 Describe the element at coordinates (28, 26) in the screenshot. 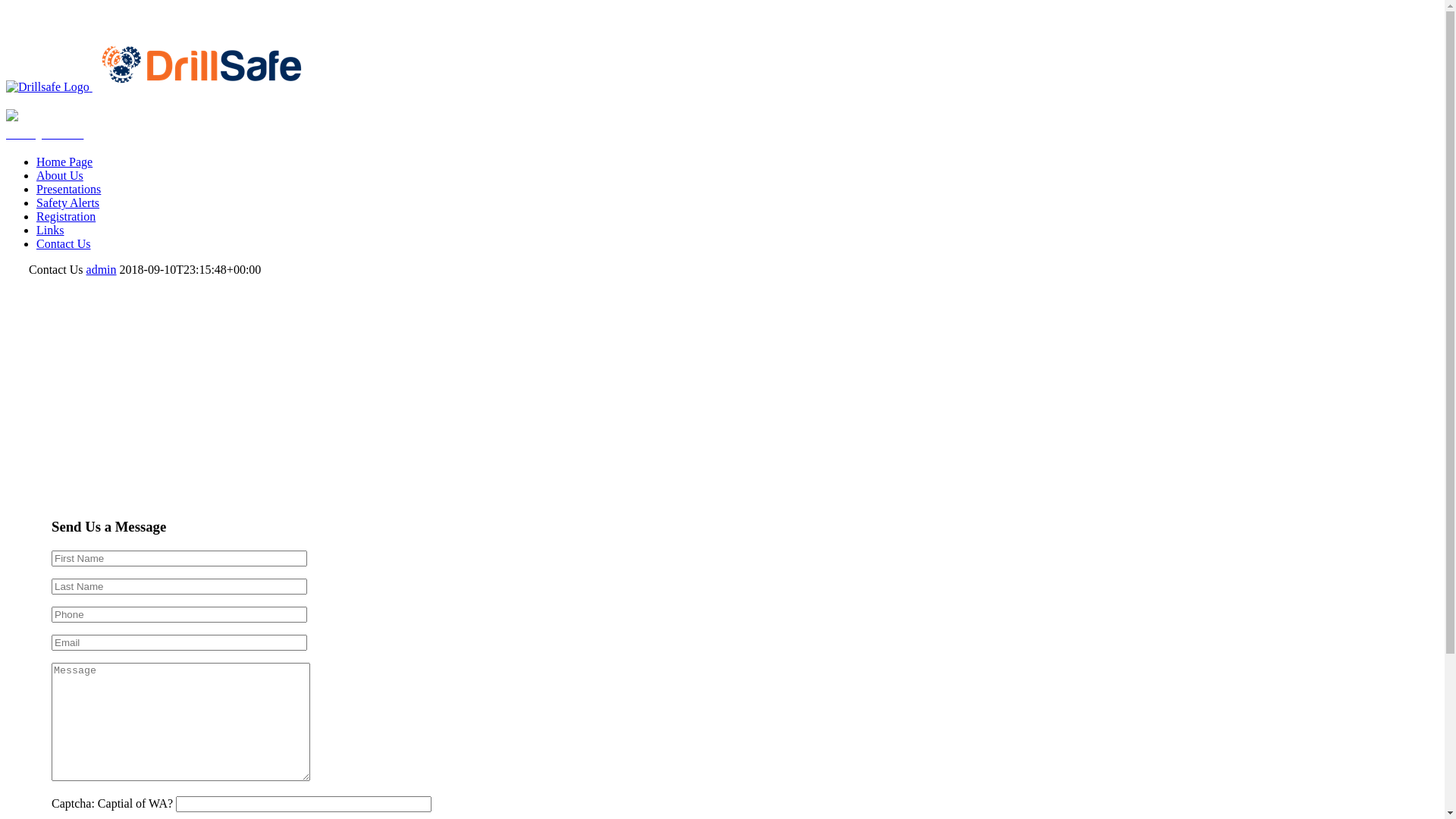

I see `'Linkedin'` at that location.